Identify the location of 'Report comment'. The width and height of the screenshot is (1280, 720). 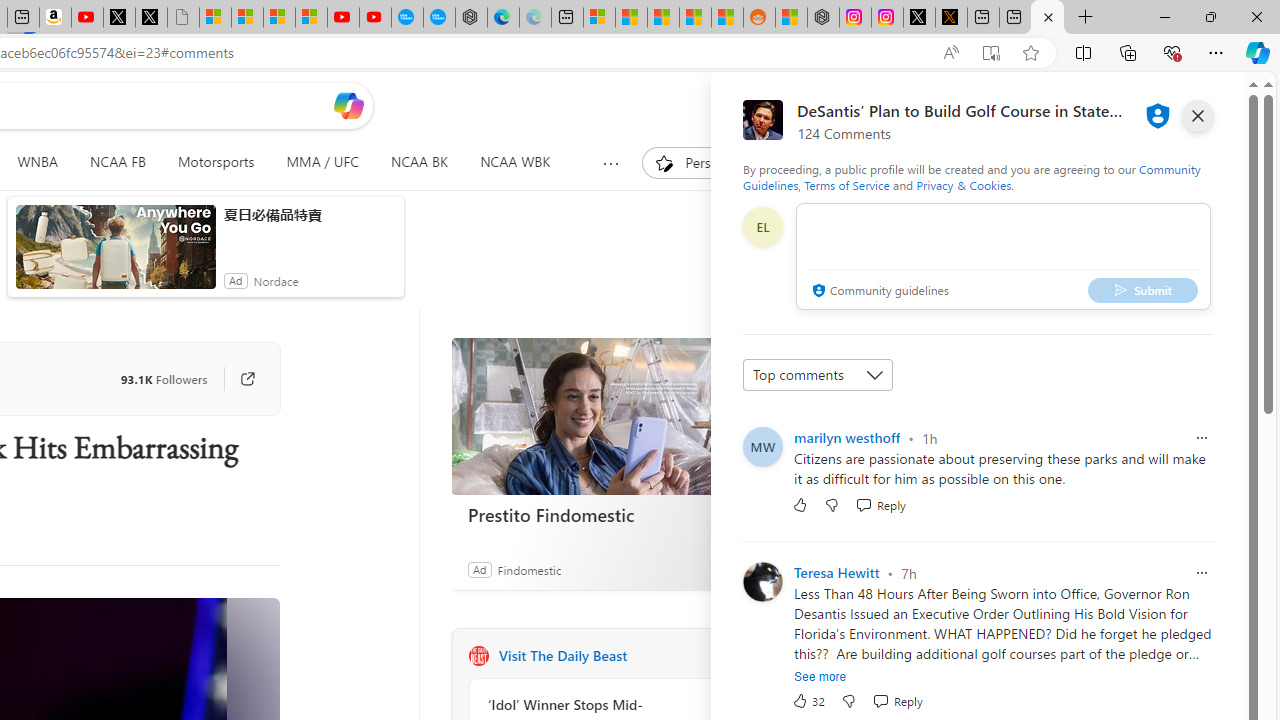
(1200, 573).